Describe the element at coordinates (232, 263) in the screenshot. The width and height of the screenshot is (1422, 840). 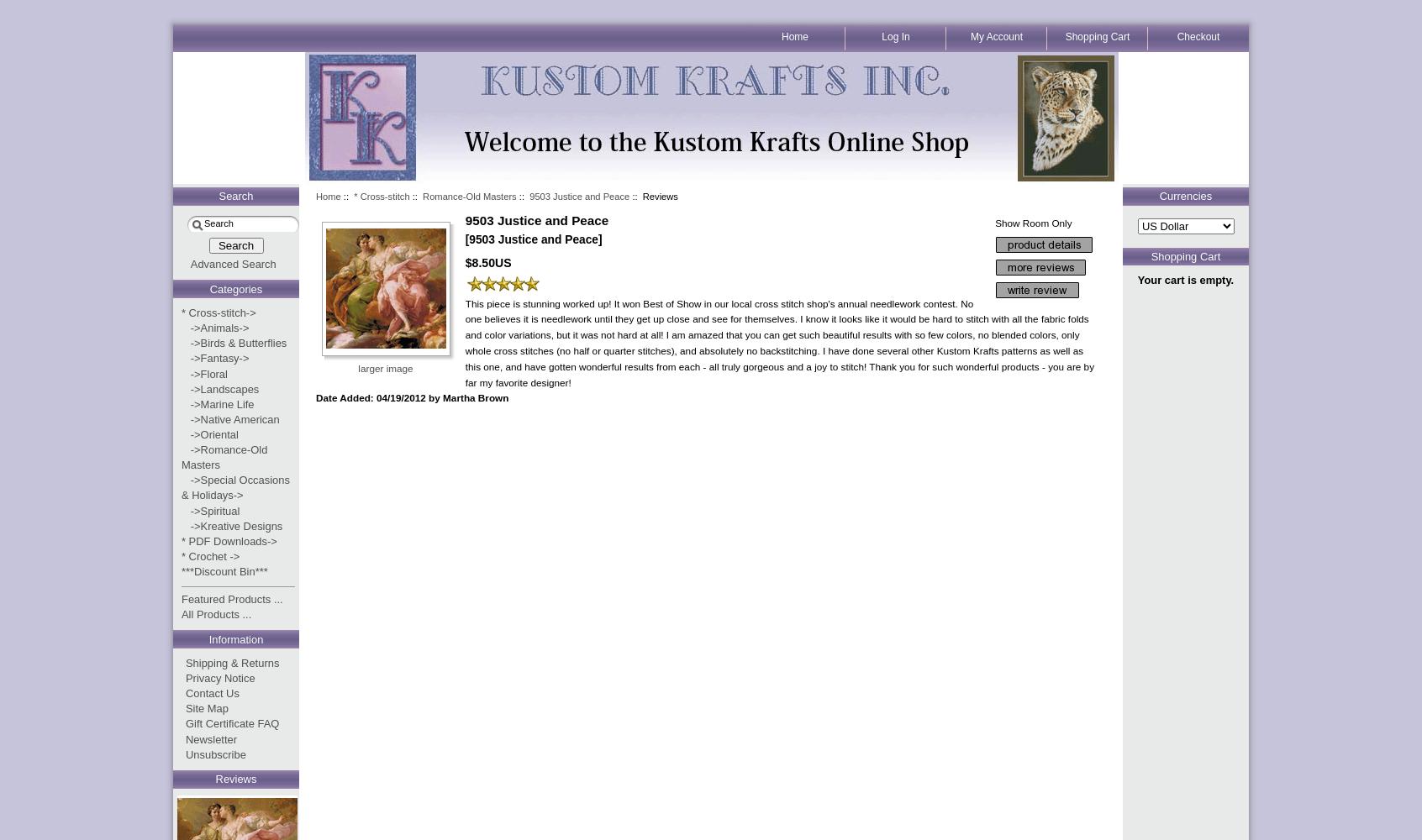
I see `'Advanced Search'` at that location.